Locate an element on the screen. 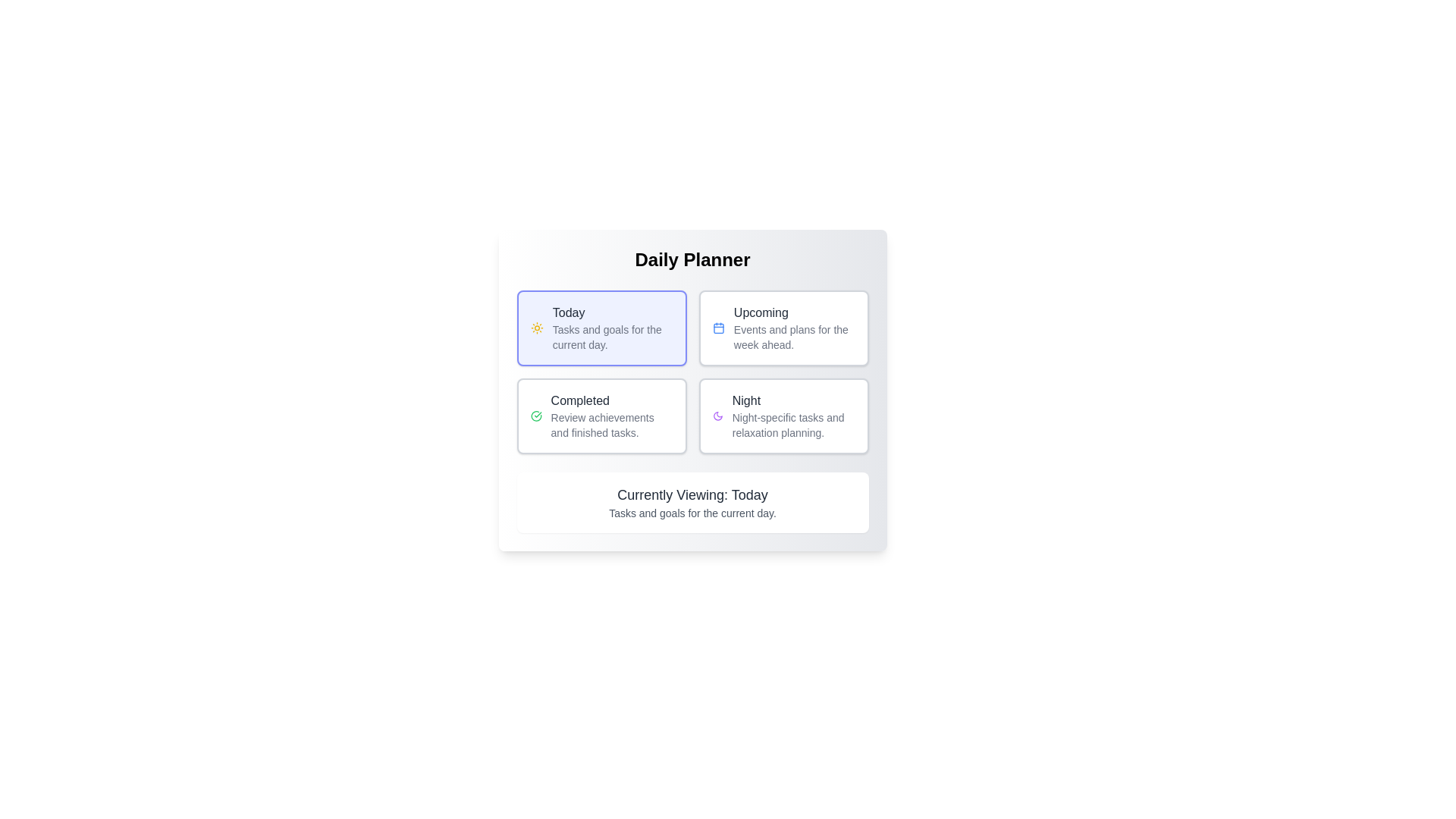 This screenshot has height=819, width=1456. the rectangular Icon component of the calendar located in the 'Upcoming' section of the interface is located at coordinates (717, 328).